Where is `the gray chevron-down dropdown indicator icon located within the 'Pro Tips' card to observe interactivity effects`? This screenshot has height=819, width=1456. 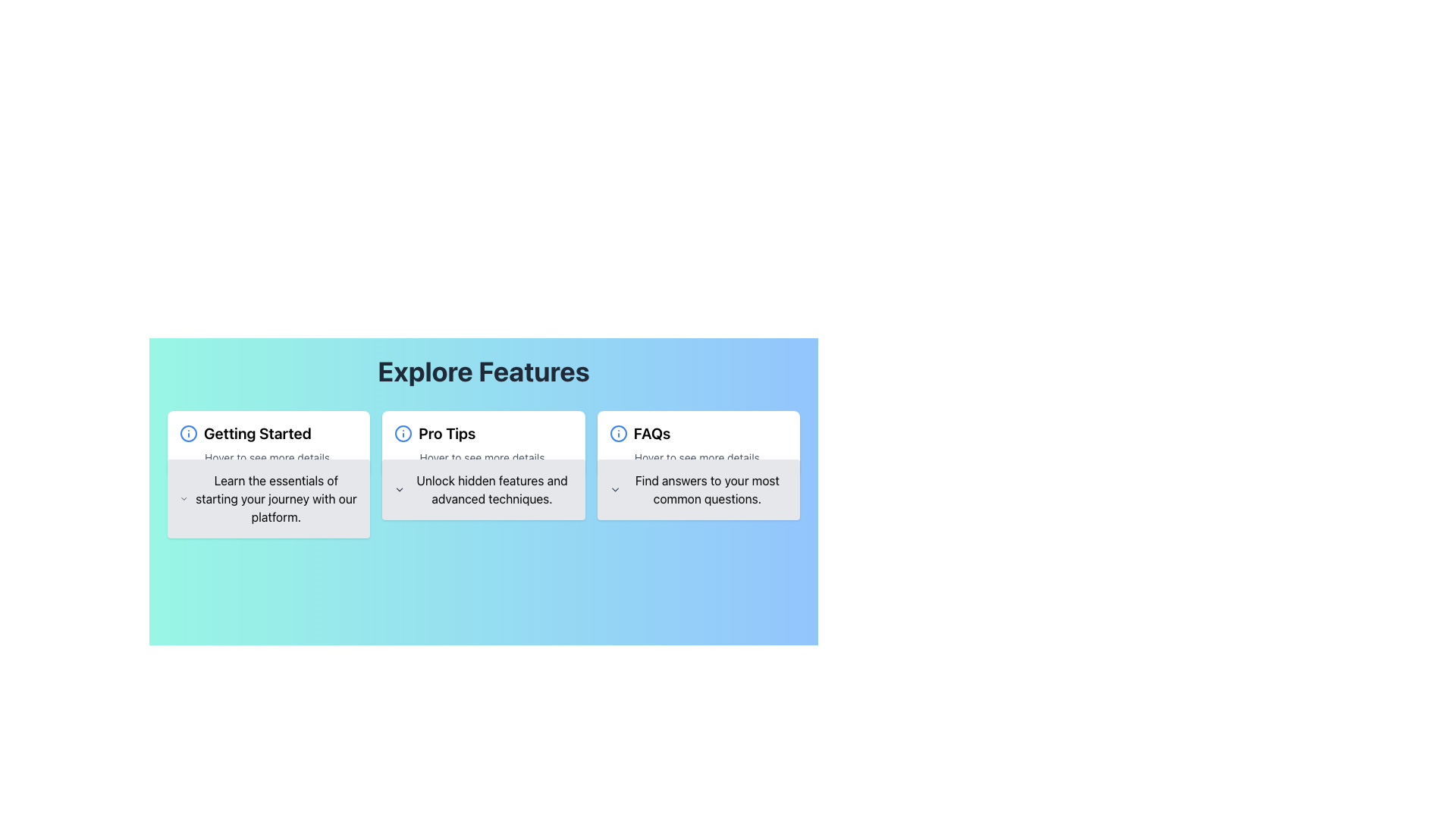 the gray chevron-down dropdown indicator icon located within the 'Pro Tips' card to observe interactivity effects is located at coordinates (400, 489).